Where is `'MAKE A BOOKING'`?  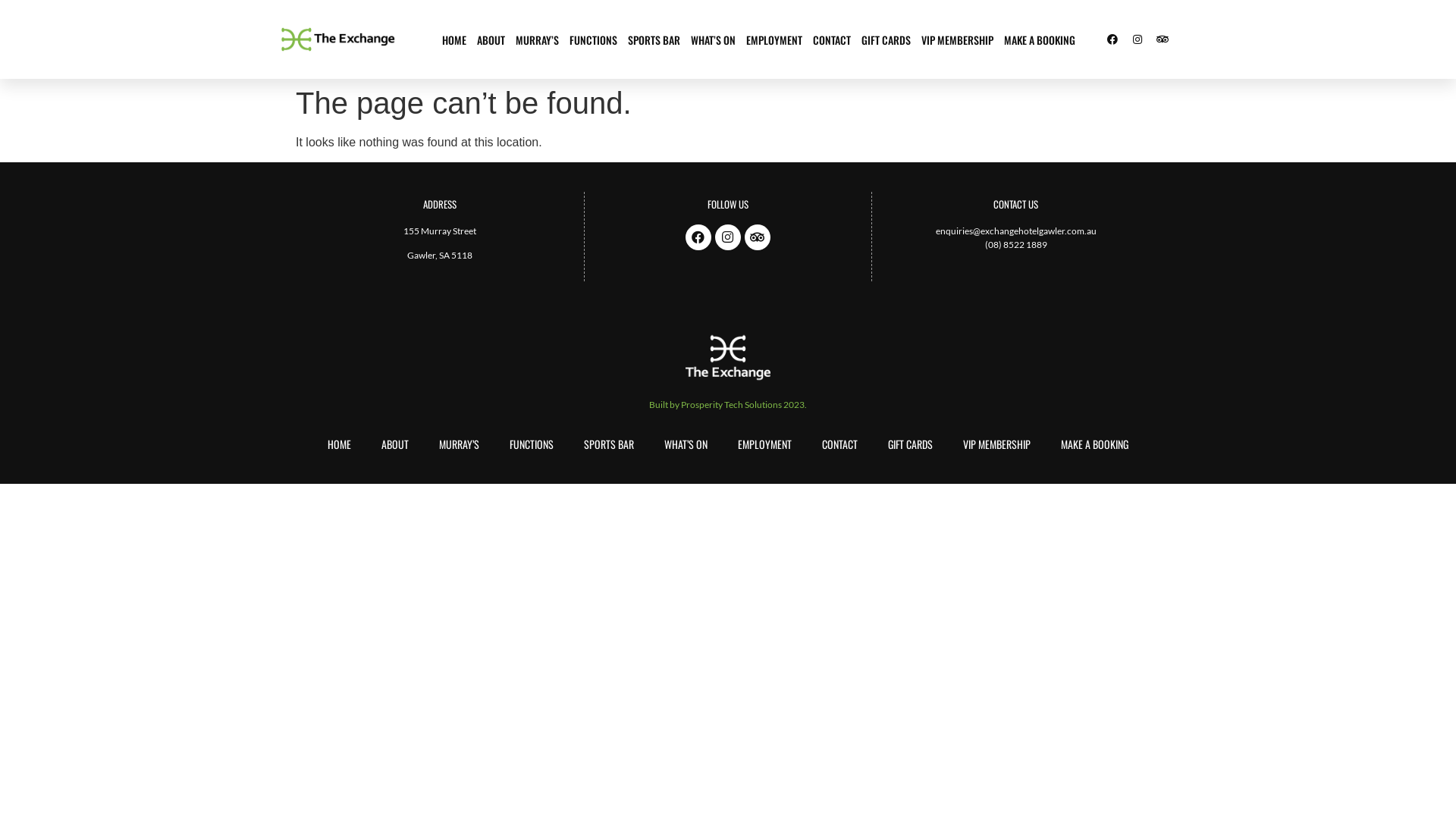
'MAKE A BOOKING' is located at coordinates (1094, 444).